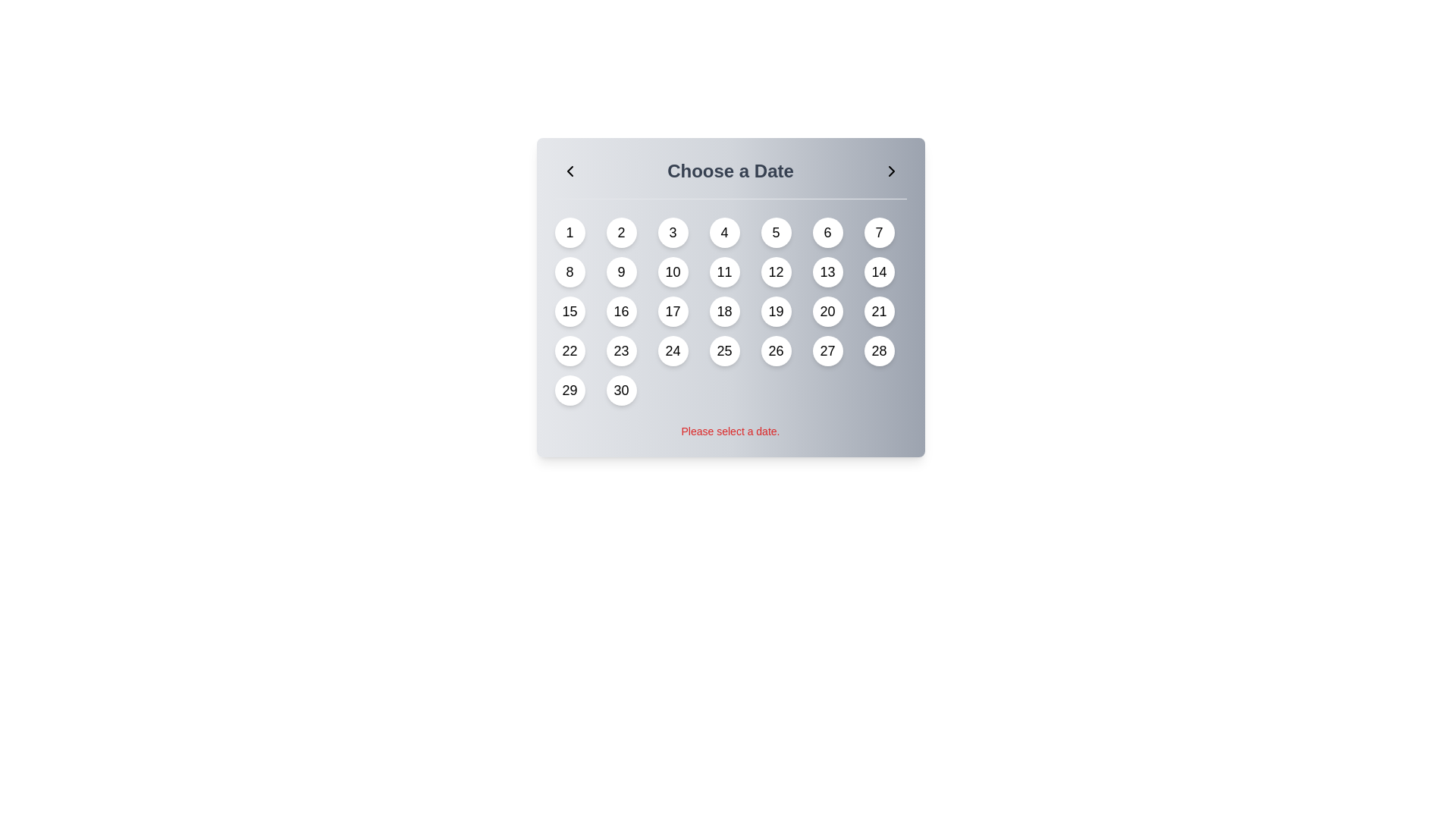 This screenshot has height=819, width=1456. I want to click on the circular button labeled '10' in the date picker interface, so click(672, 271).